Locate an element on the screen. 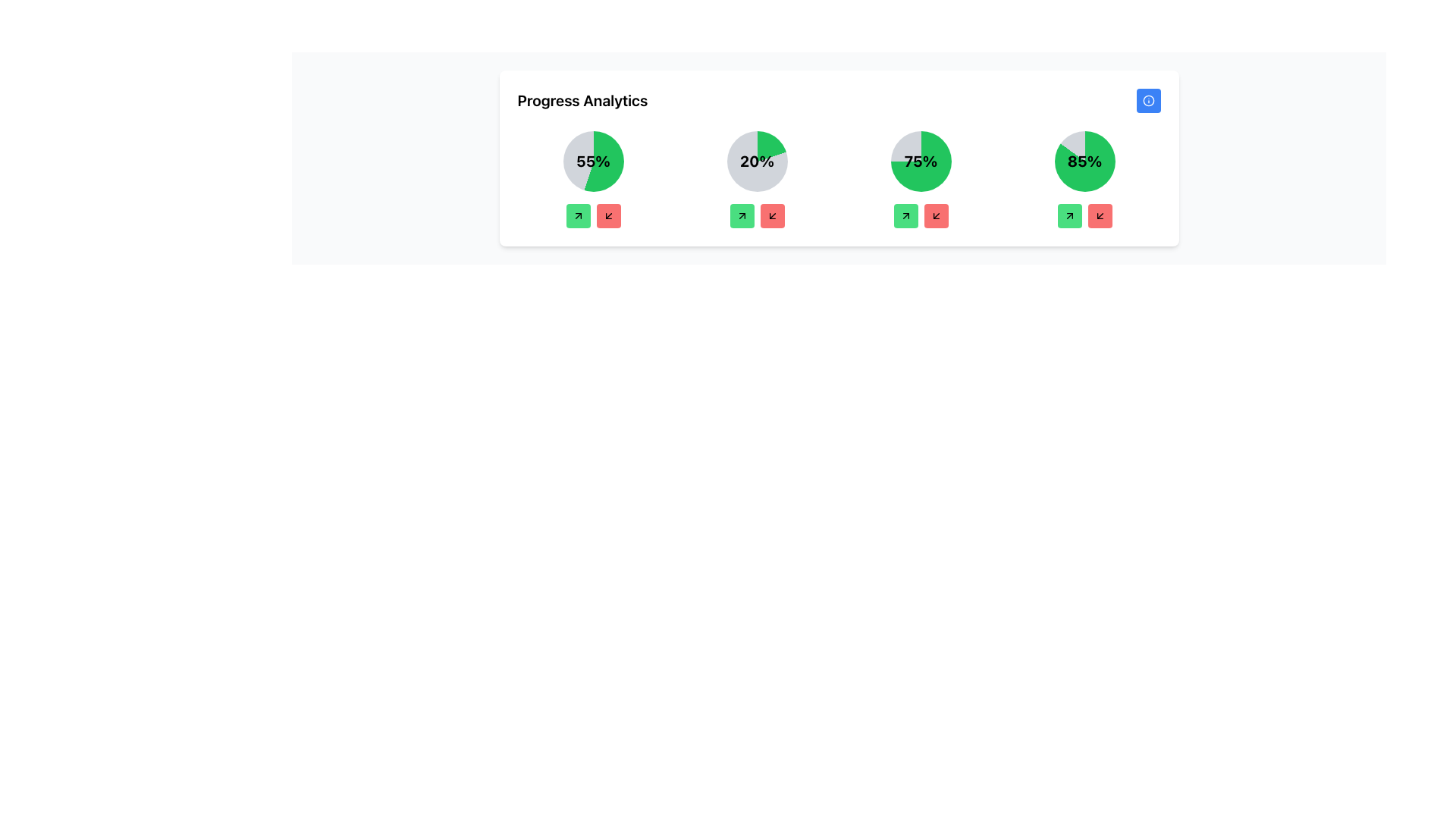  the red circular button with a downward left arrow icon located at the bottom right corner of the progress analytics card is located at coordinates (1100, 216).